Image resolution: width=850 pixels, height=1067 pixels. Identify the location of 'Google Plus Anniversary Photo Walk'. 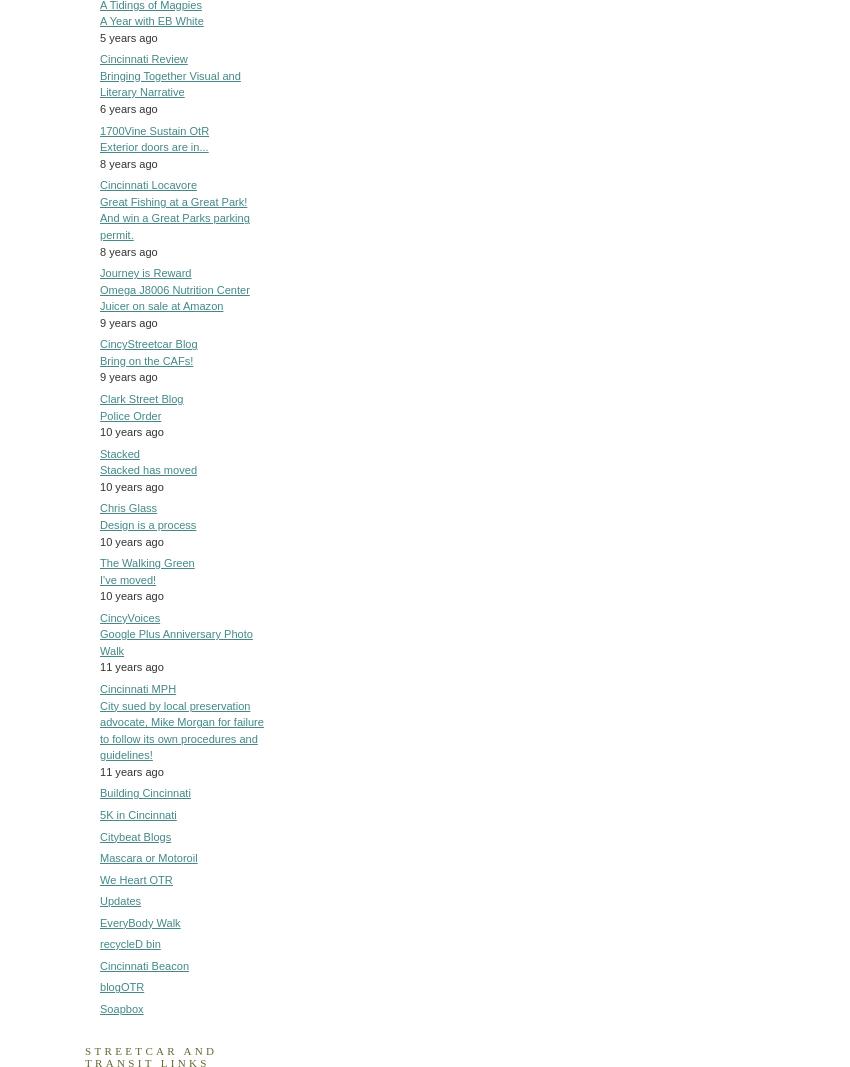
(175, 642).